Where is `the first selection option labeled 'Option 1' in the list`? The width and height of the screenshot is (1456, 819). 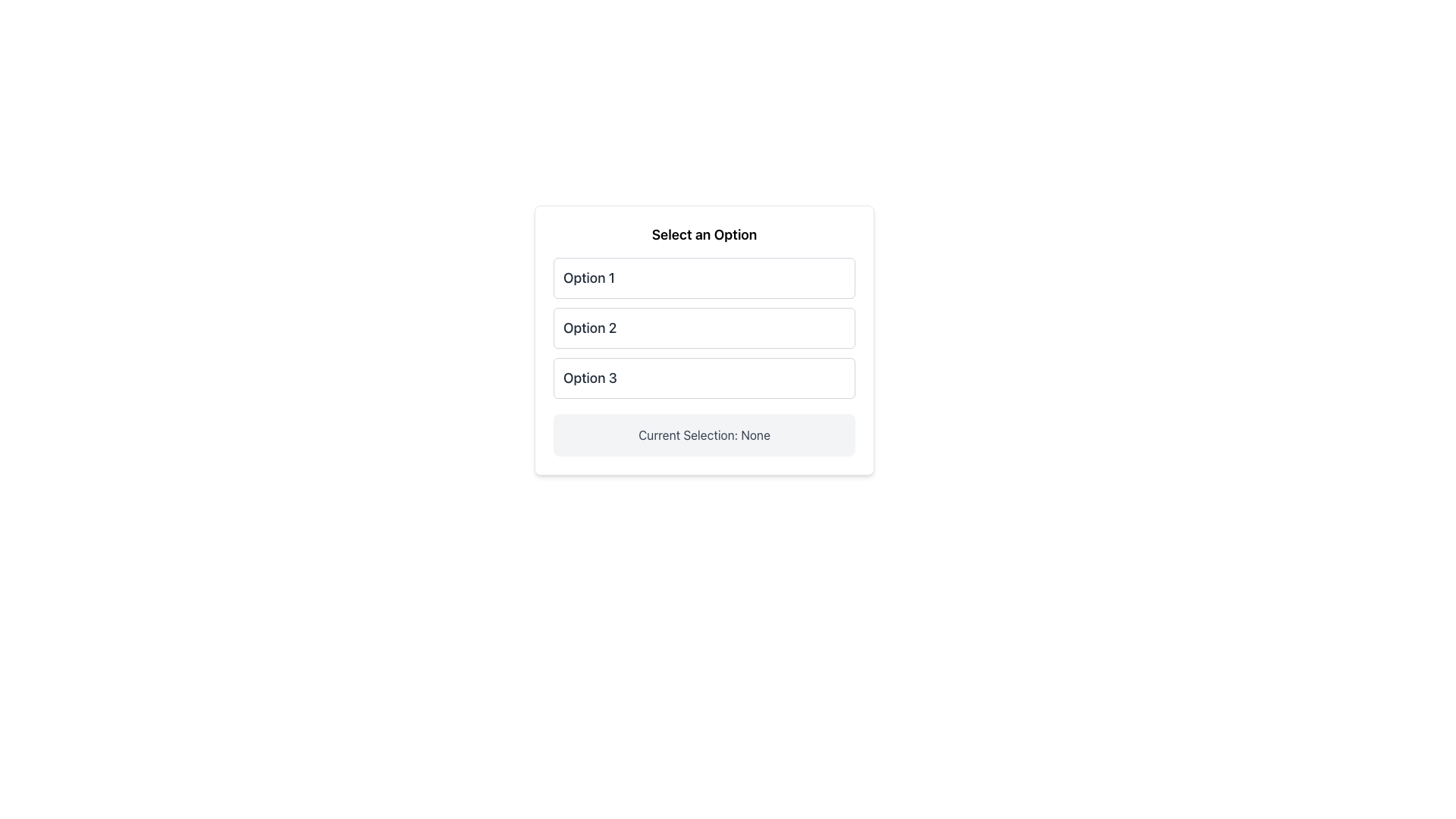 the first selection option labeled 'Option 1' in the list is located at coordinates (704, 278).